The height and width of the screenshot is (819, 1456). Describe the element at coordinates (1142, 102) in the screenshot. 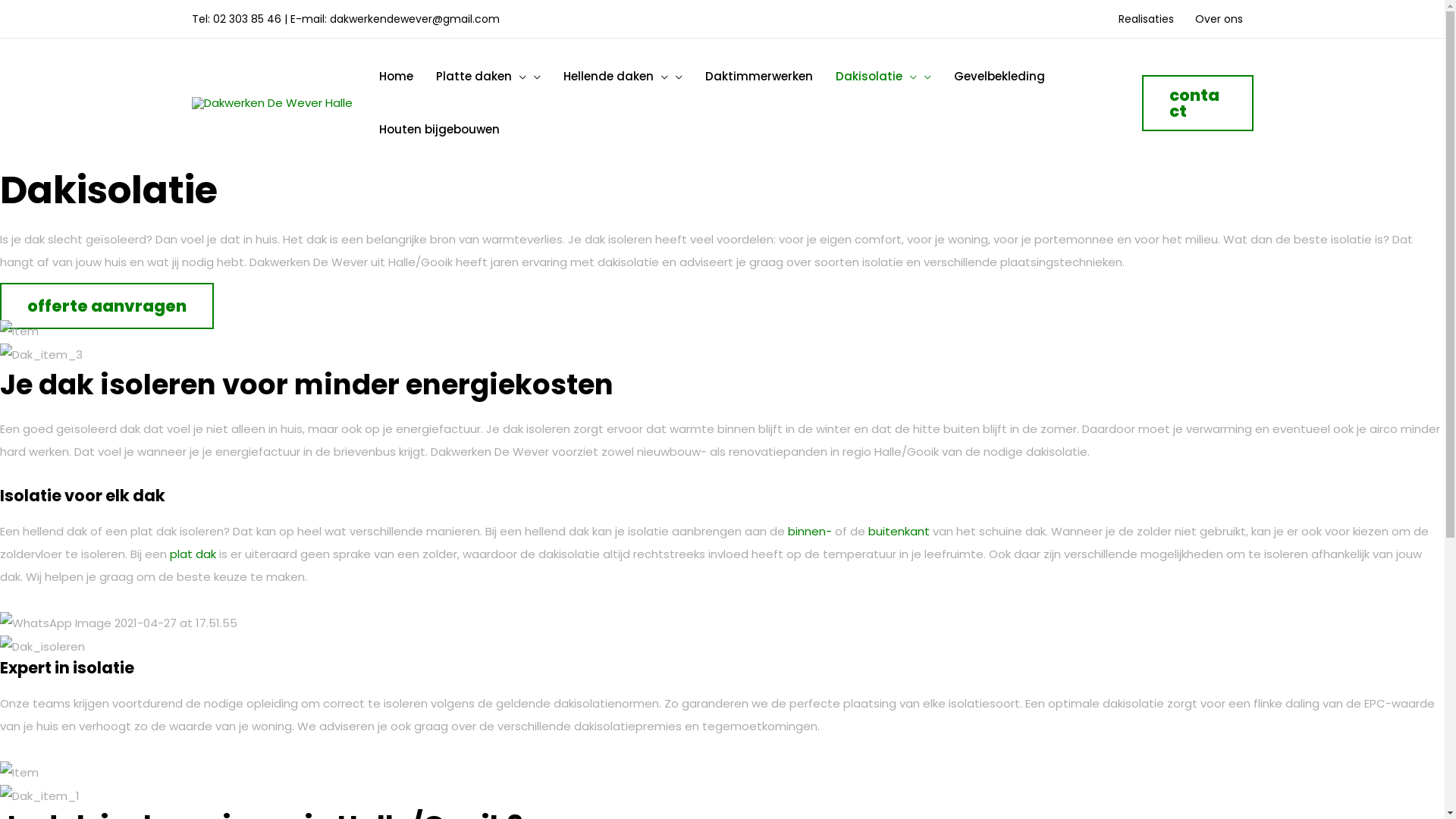

I see `'contact'` at that location.